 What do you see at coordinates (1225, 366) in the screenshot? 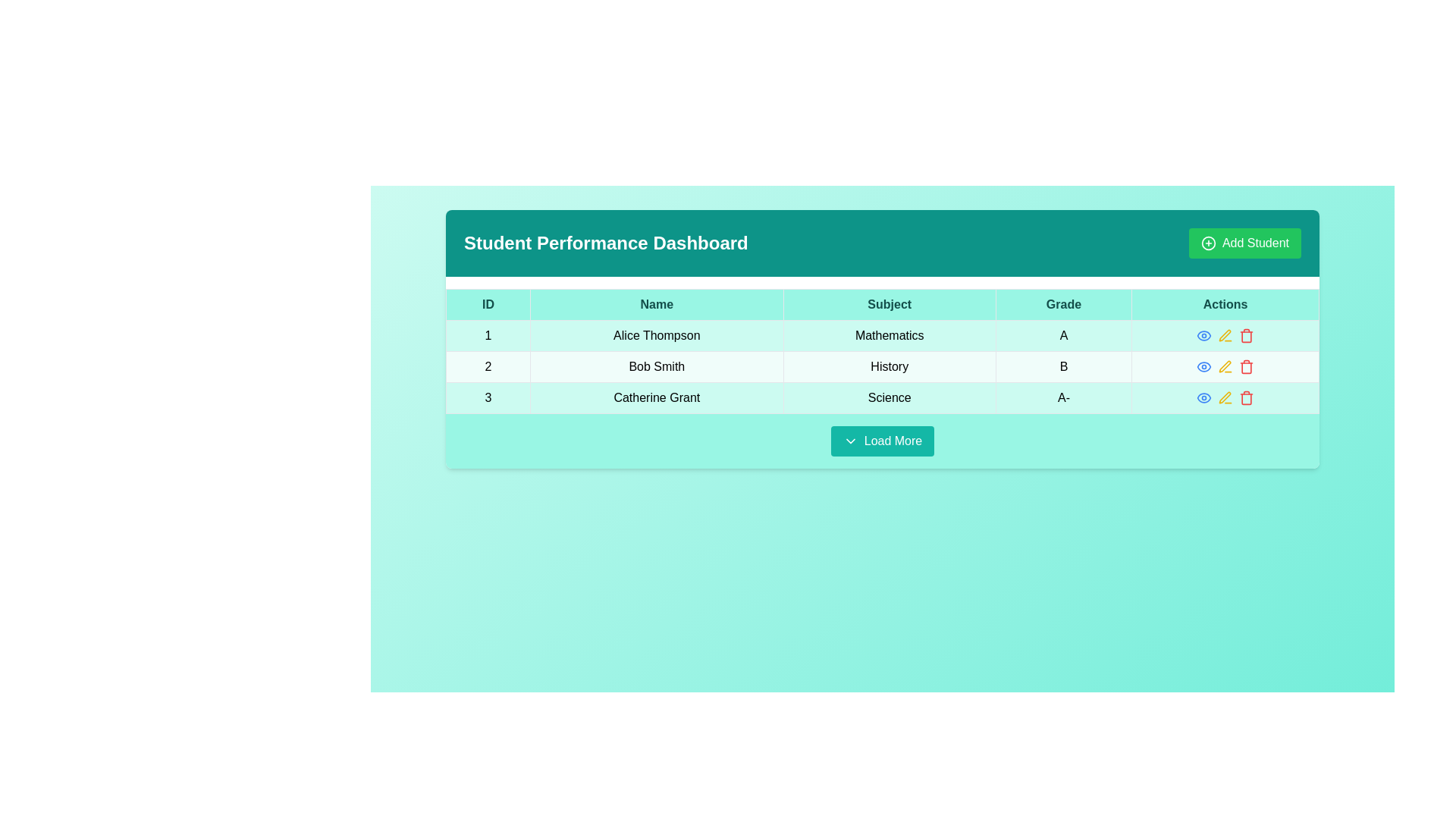
I see `the pen-shaped icon in the 'Actions' column of the second row to initiate an edit action` at bounding box center [1225, 366].